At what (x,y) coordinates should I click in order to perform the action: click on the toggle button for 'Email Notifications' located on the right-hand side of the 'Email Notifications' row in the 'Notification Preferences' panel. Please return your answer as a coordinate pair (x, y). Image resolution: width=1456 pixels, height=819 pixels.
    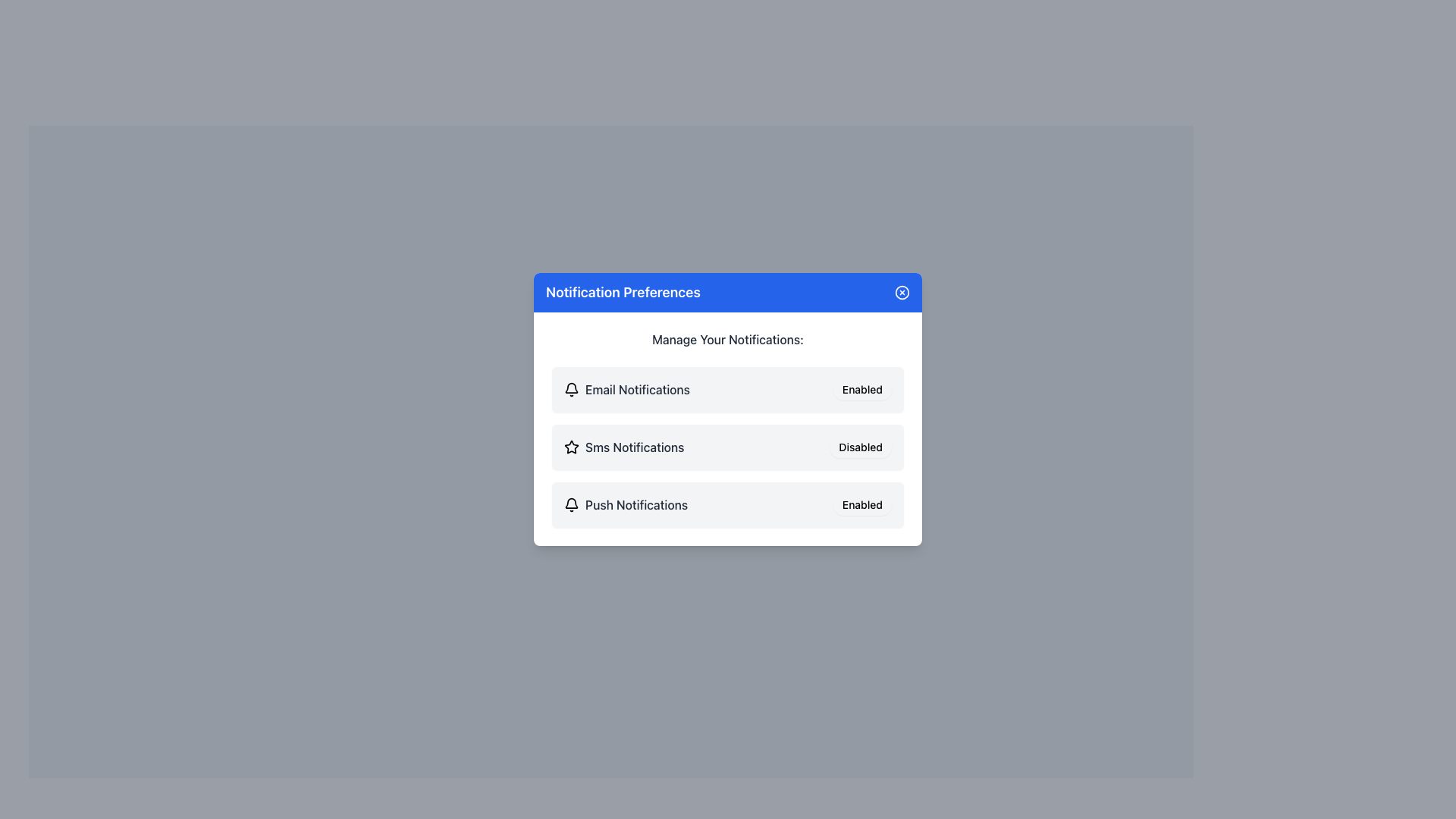
    Looking at the image, I should click on (862, 388).